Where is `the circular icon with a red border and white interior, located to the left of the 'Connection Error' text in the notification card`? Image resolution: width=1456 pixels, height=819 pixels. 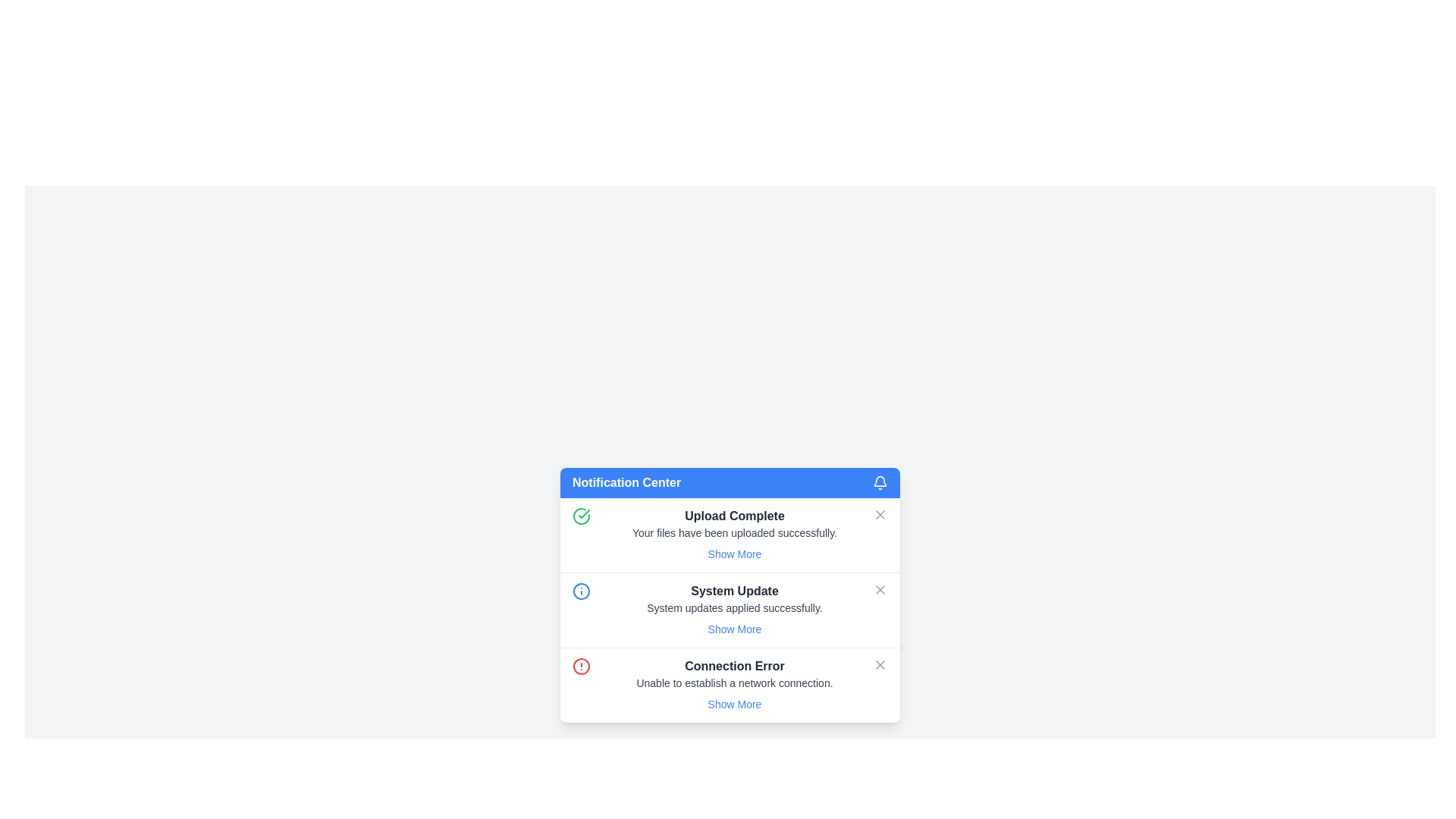 the circular icon with a red border and white interior, located to the left of the 'Connection Error' text in the notification card is located at coordinates (581, 666).